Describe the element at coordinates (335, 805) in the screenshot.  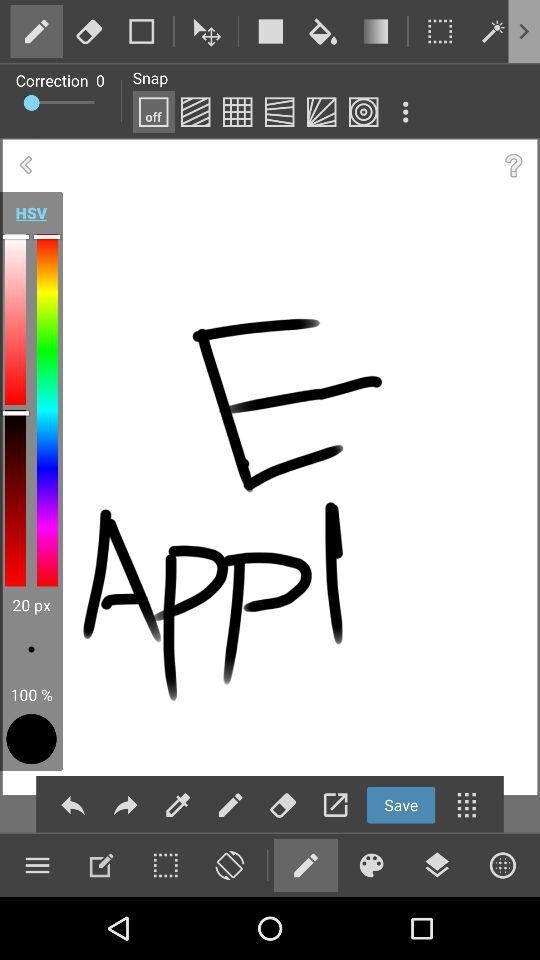
I see `the launch icon` at that location.